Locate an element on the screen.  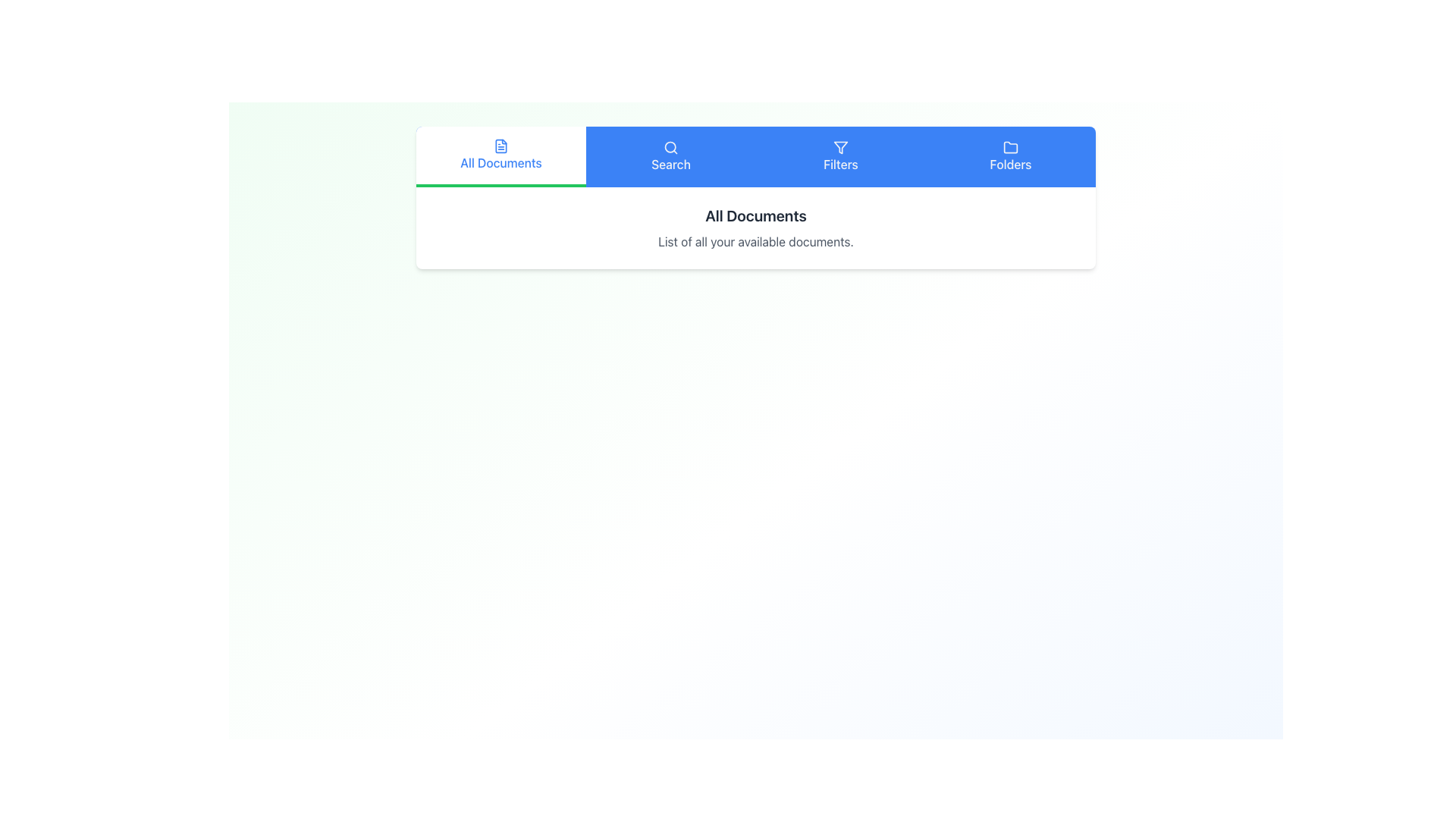
the document icon above the 'All Documents' label to use it as a reference for identifying the section is located at coordinates (501, 146).